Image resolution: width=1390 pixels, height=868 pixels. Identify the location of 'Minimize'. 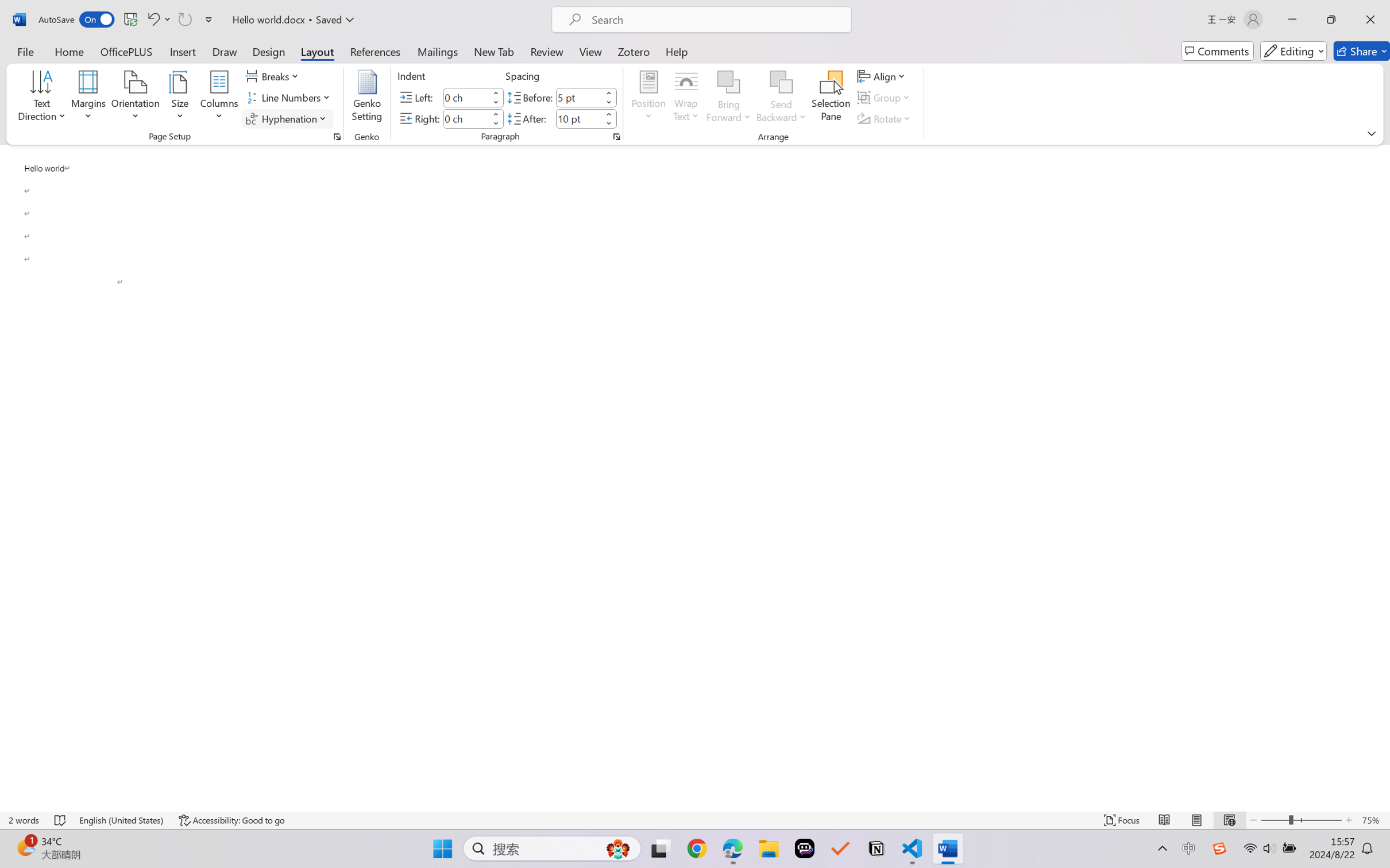
(1292, 19).